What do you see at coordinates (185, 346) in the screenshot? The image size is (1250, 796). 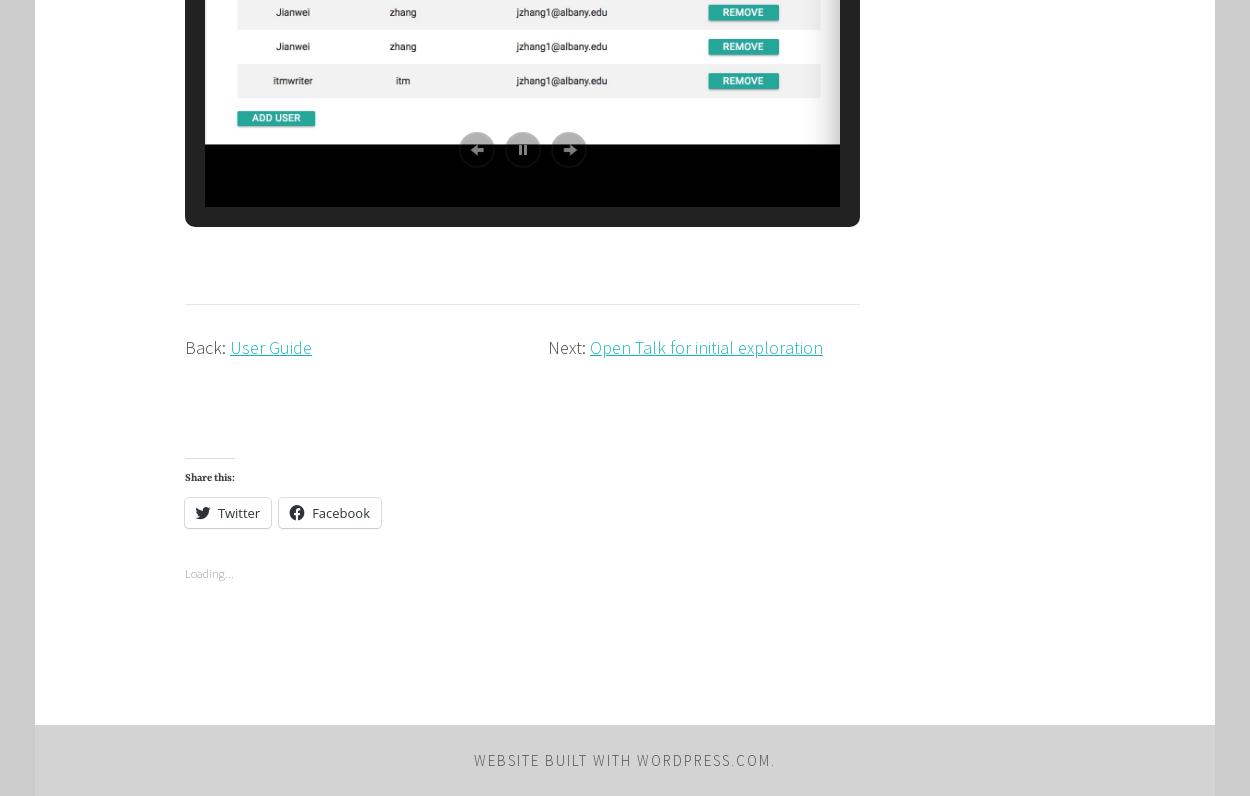 I see `'Back:'` at bounding box center [185, 346].